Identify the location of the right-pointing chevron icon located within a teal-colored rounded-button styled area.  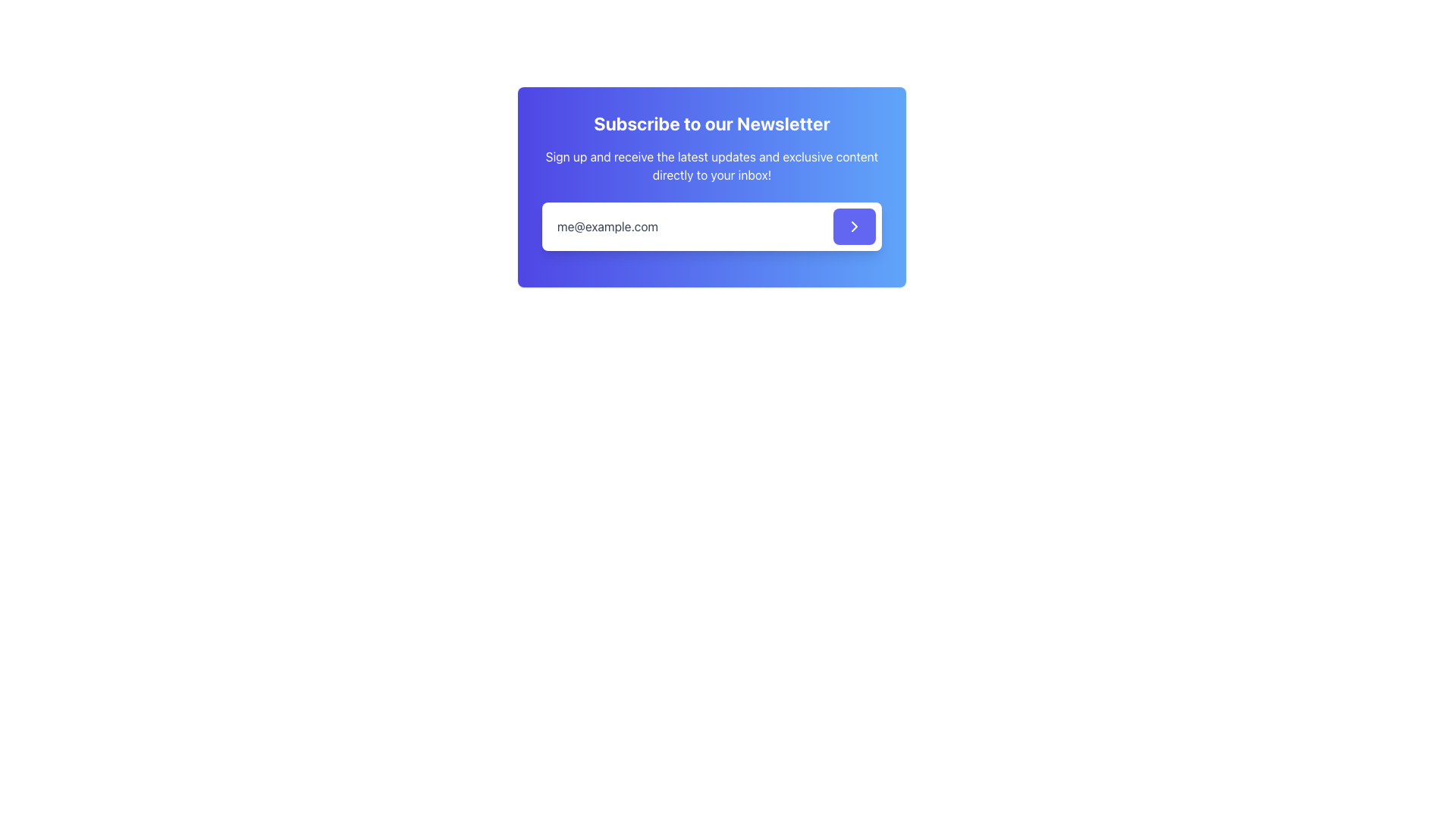
(855, 227).